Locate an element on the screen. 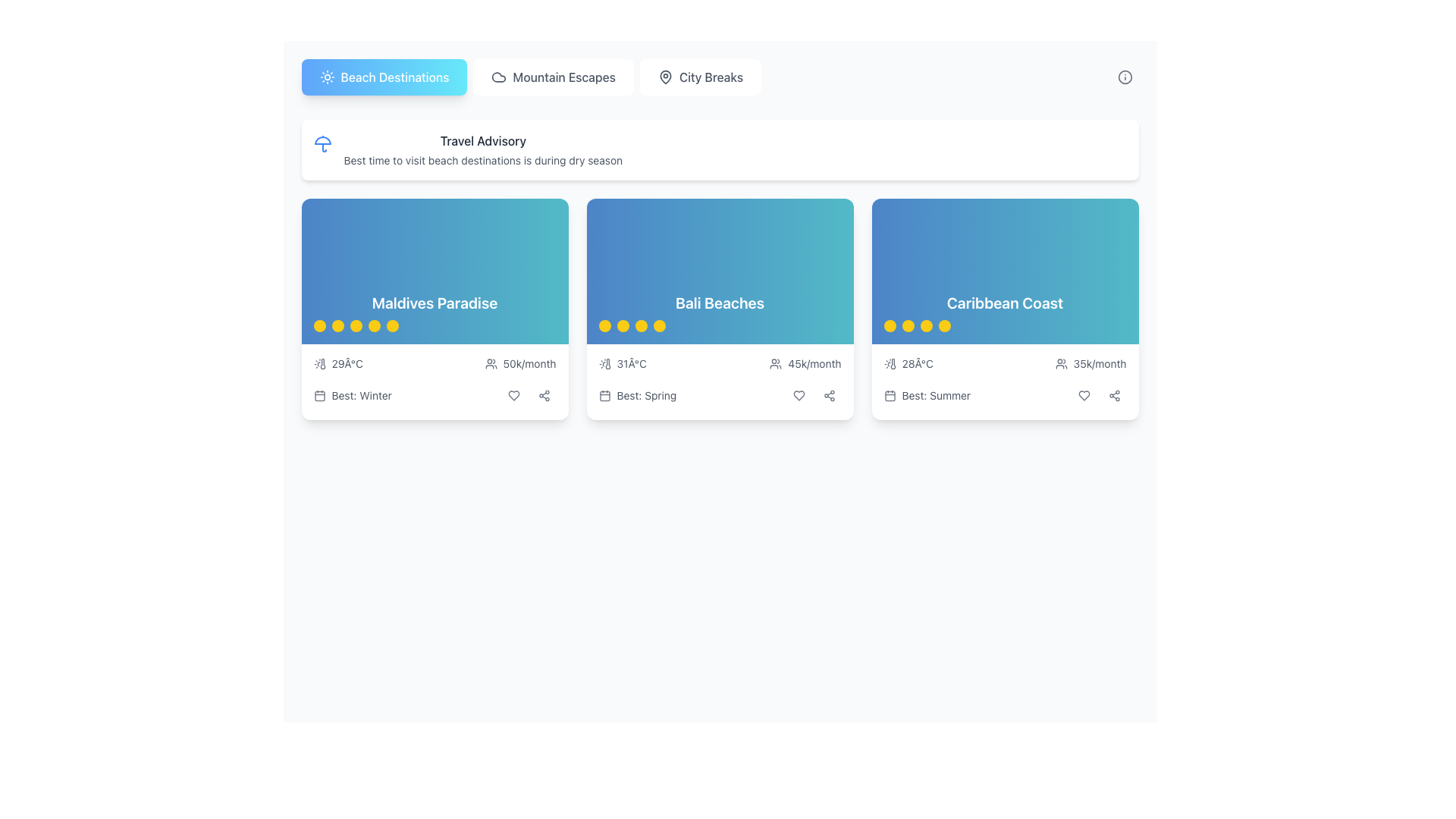  the text label that serves as the header for the Bali Beaches card is located at coordinates (719, 303).